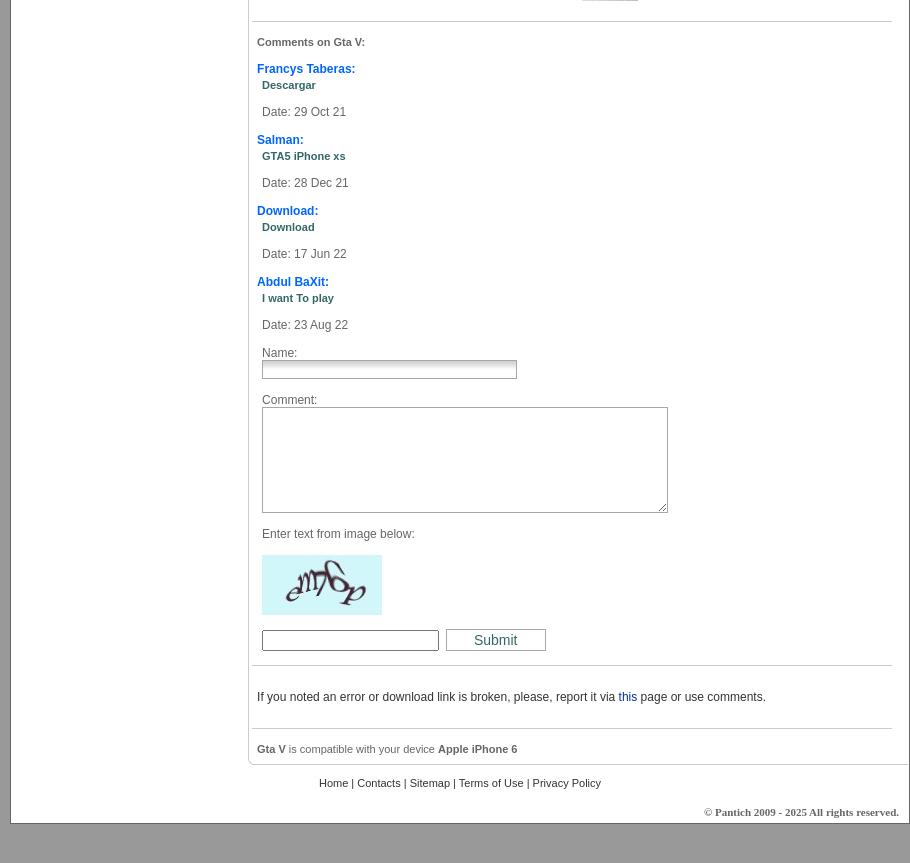  I want to click on 'this', so click(616, 696).